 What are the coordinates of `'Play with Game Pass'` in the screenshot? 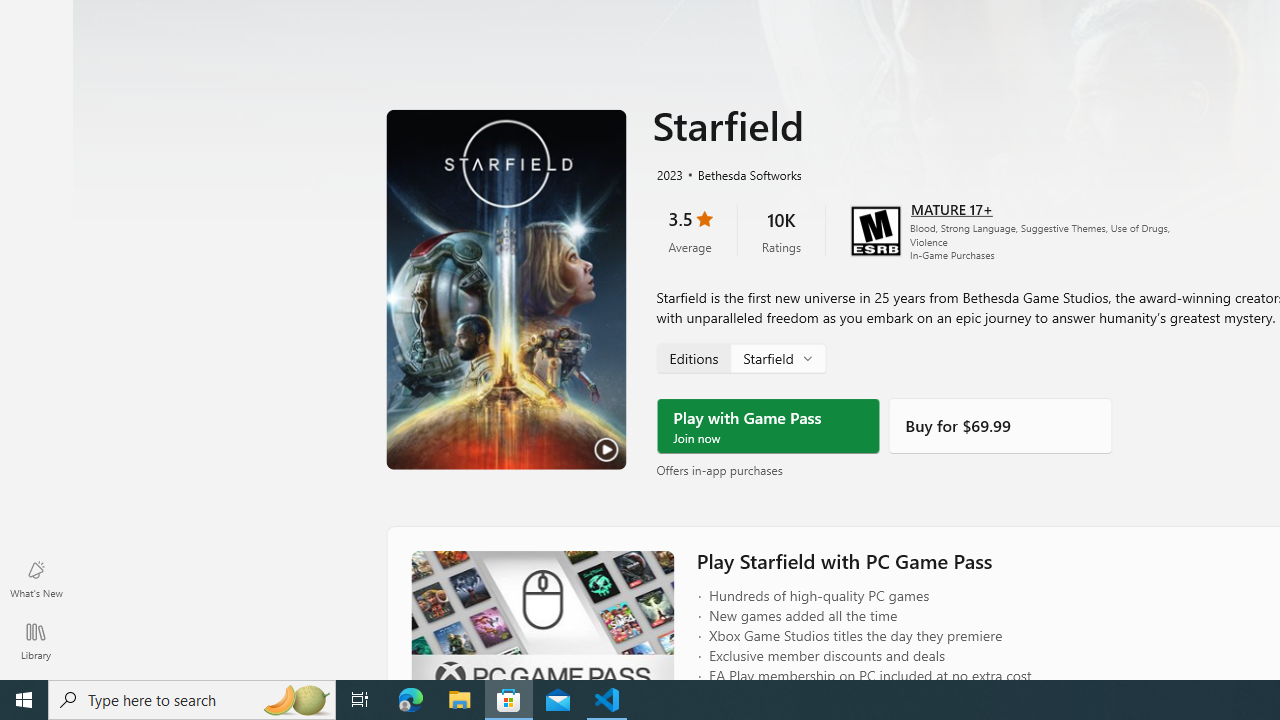 It's located at (767, 425).